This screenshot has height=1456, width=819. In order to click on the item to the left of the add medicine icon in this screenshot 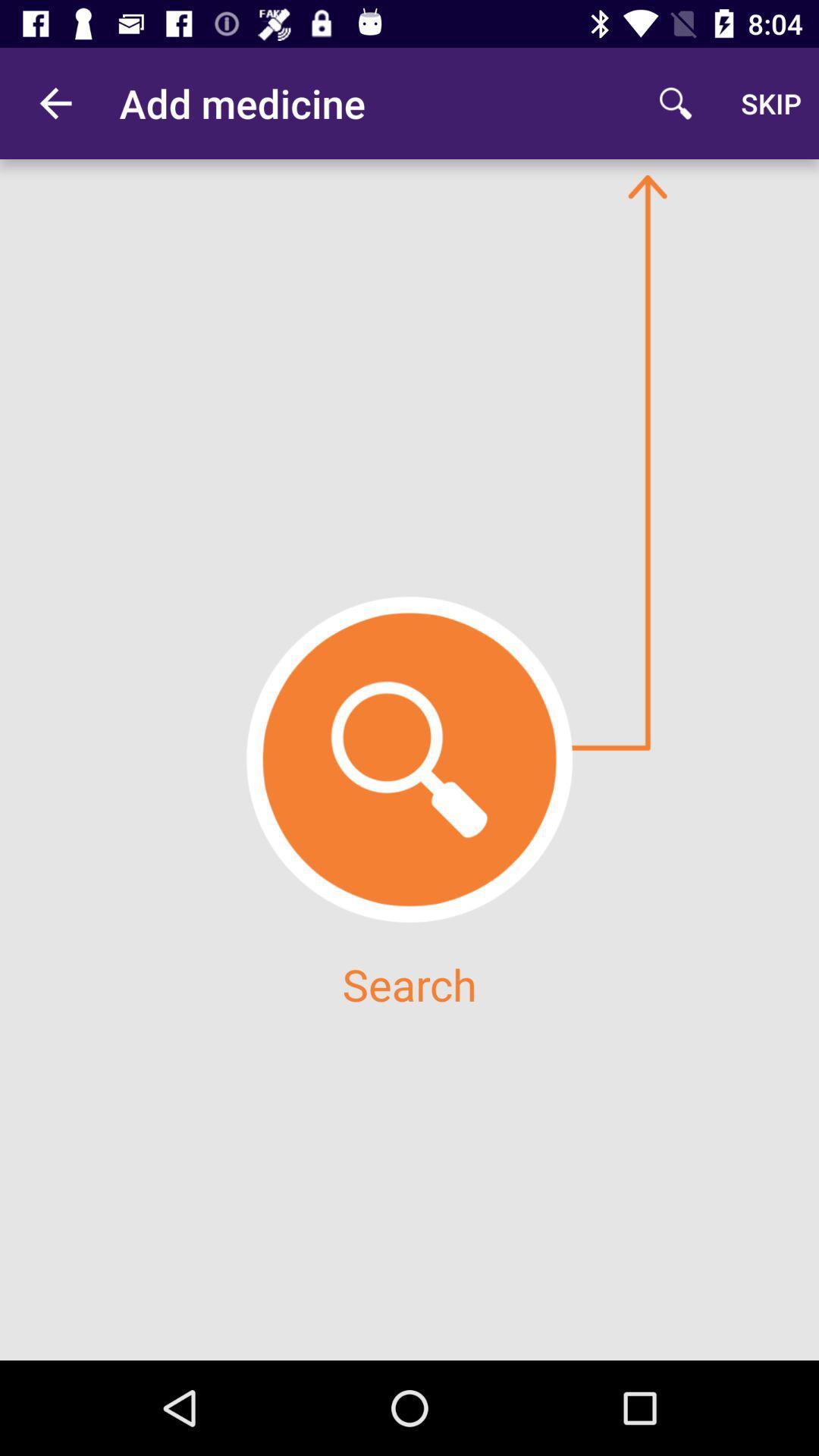, I will do `click(55, 102)`.